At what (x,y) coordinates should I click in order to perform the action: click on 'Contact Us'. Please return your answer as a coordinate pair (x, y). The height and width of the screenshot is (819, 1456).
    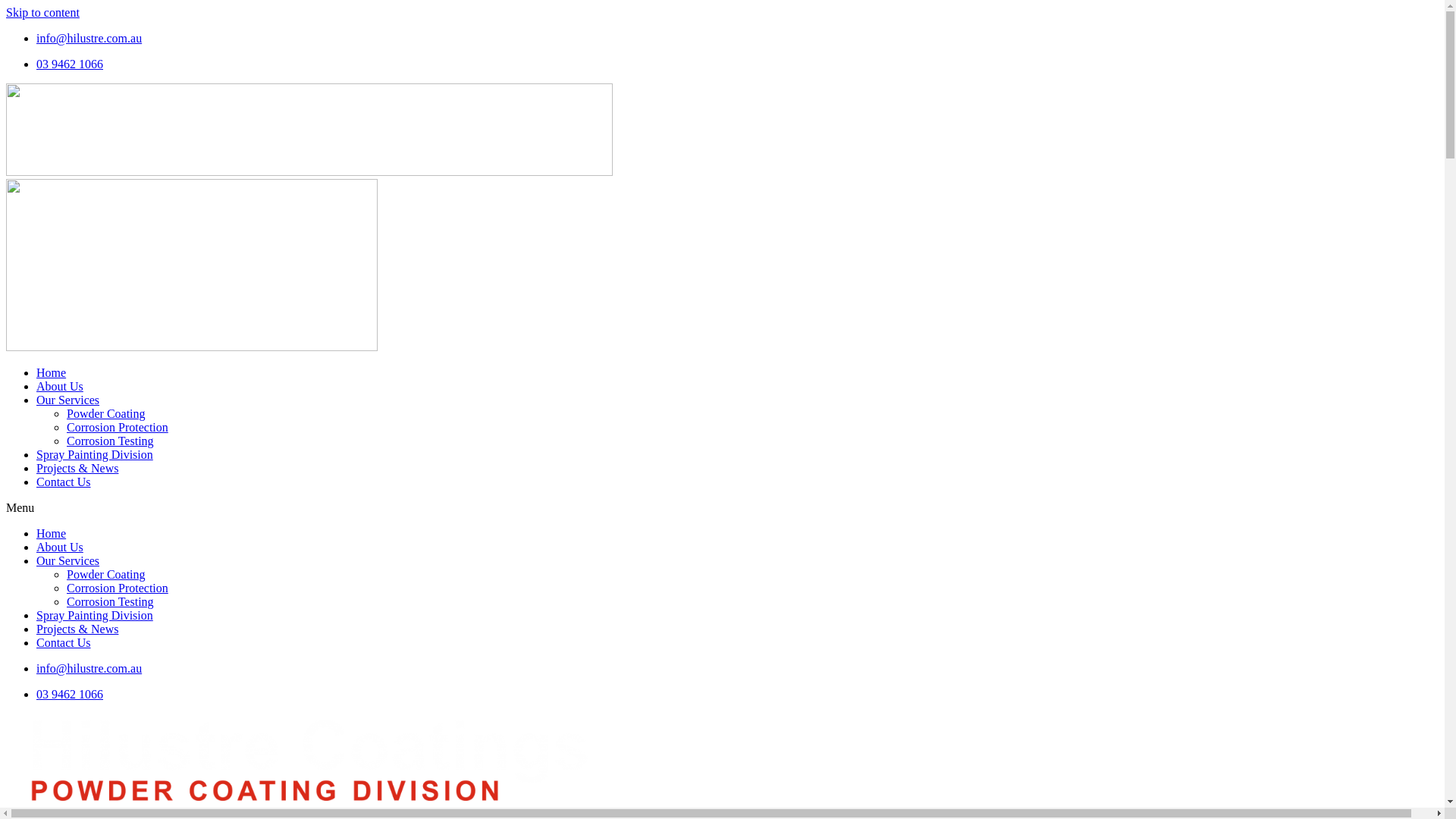
    Looking at the image, I should click on (62, 482).